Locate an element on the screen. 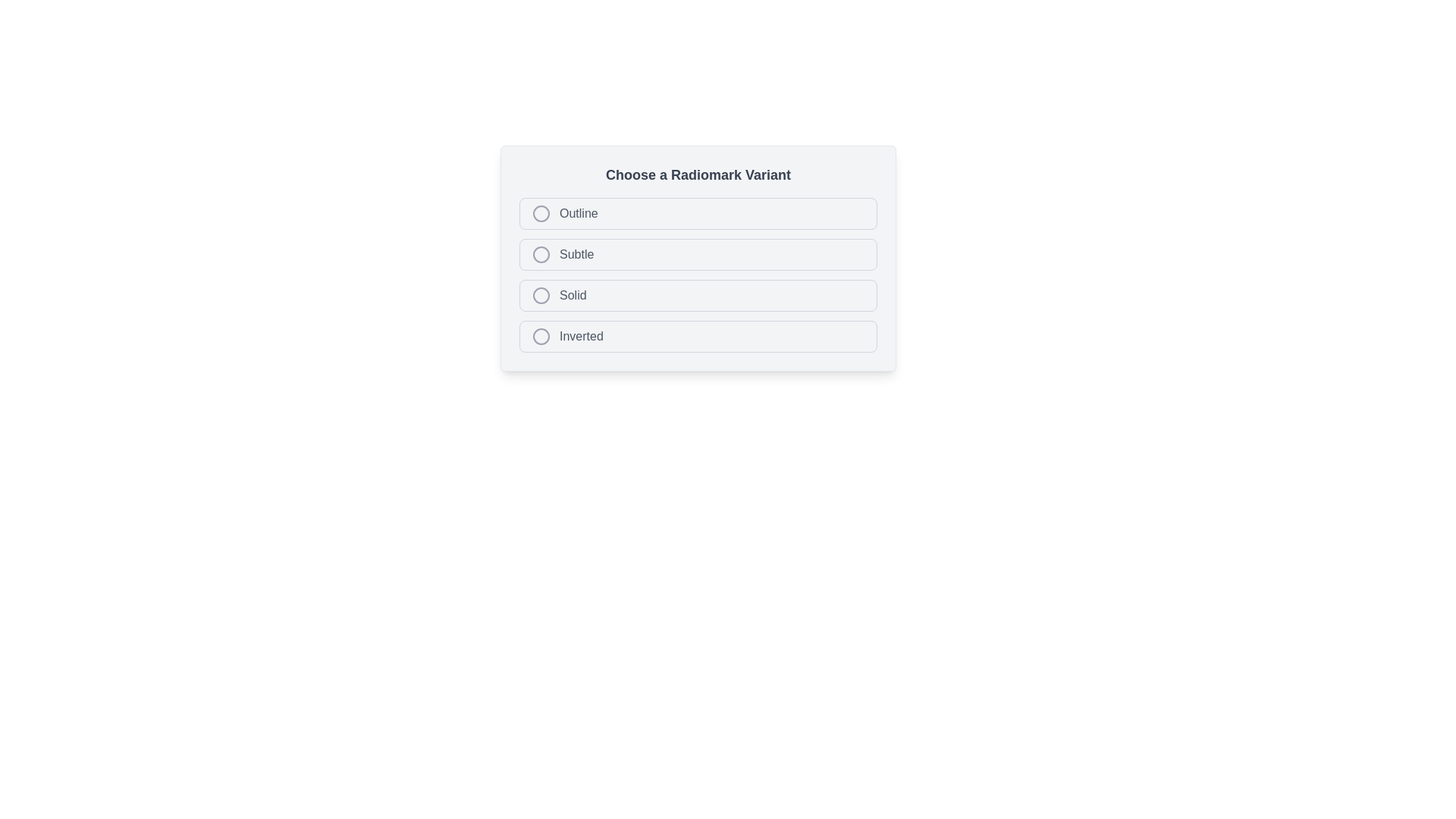 Image resolution: width=1456 pixels, height=819 pixels. the Radio Button Indicator for the 'Outline' option in the 'Choose a Radiomark Variant' selection component is located at coordinates (541, 213).